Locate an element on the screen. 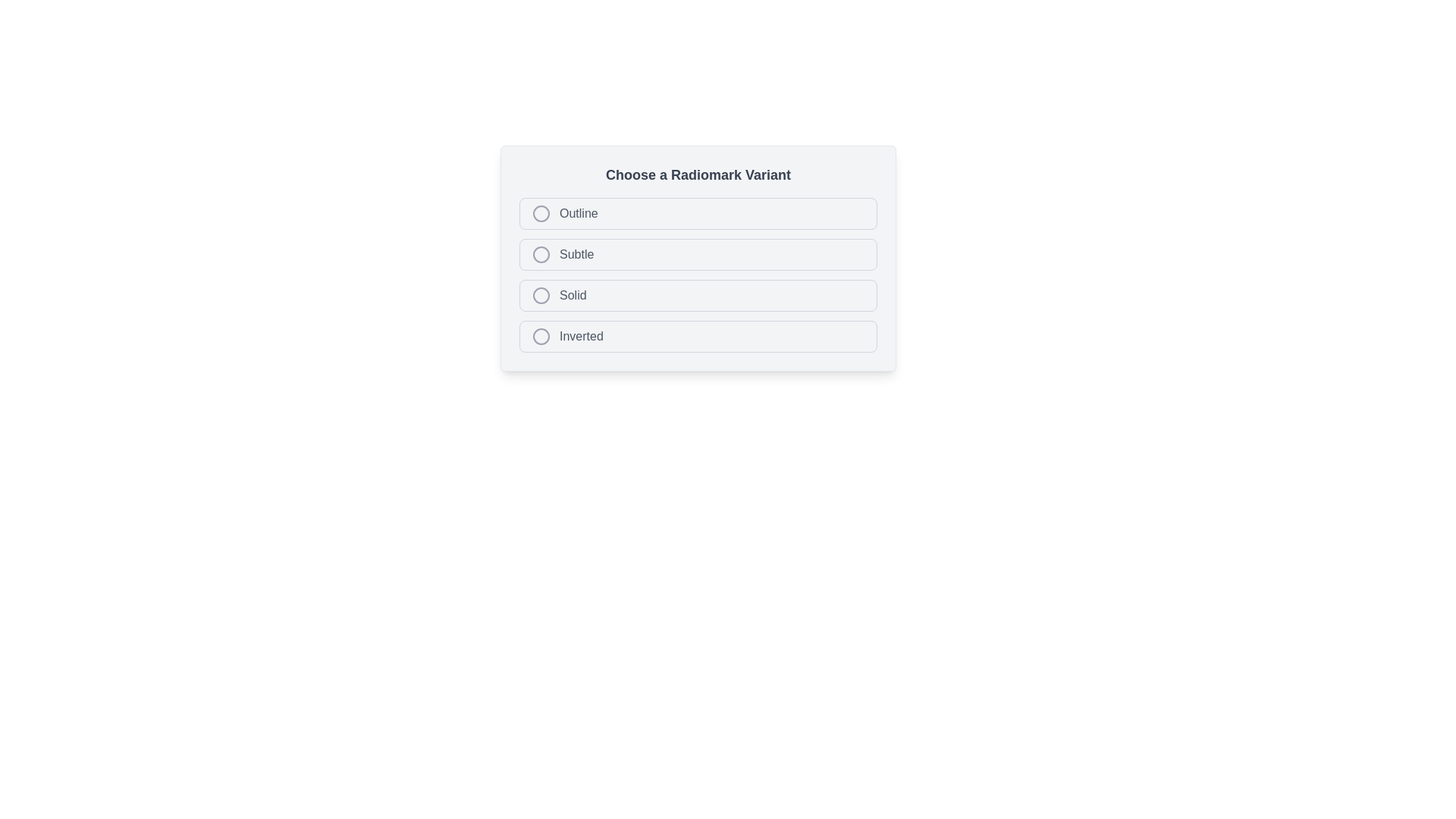 Image resolution: width=1456 pixels, height=819 pixels. the Radio Button Indicator for the 'Outline' option in the 'Choose a Radiomark Variant' selection component is located at coordinates (541, 213).